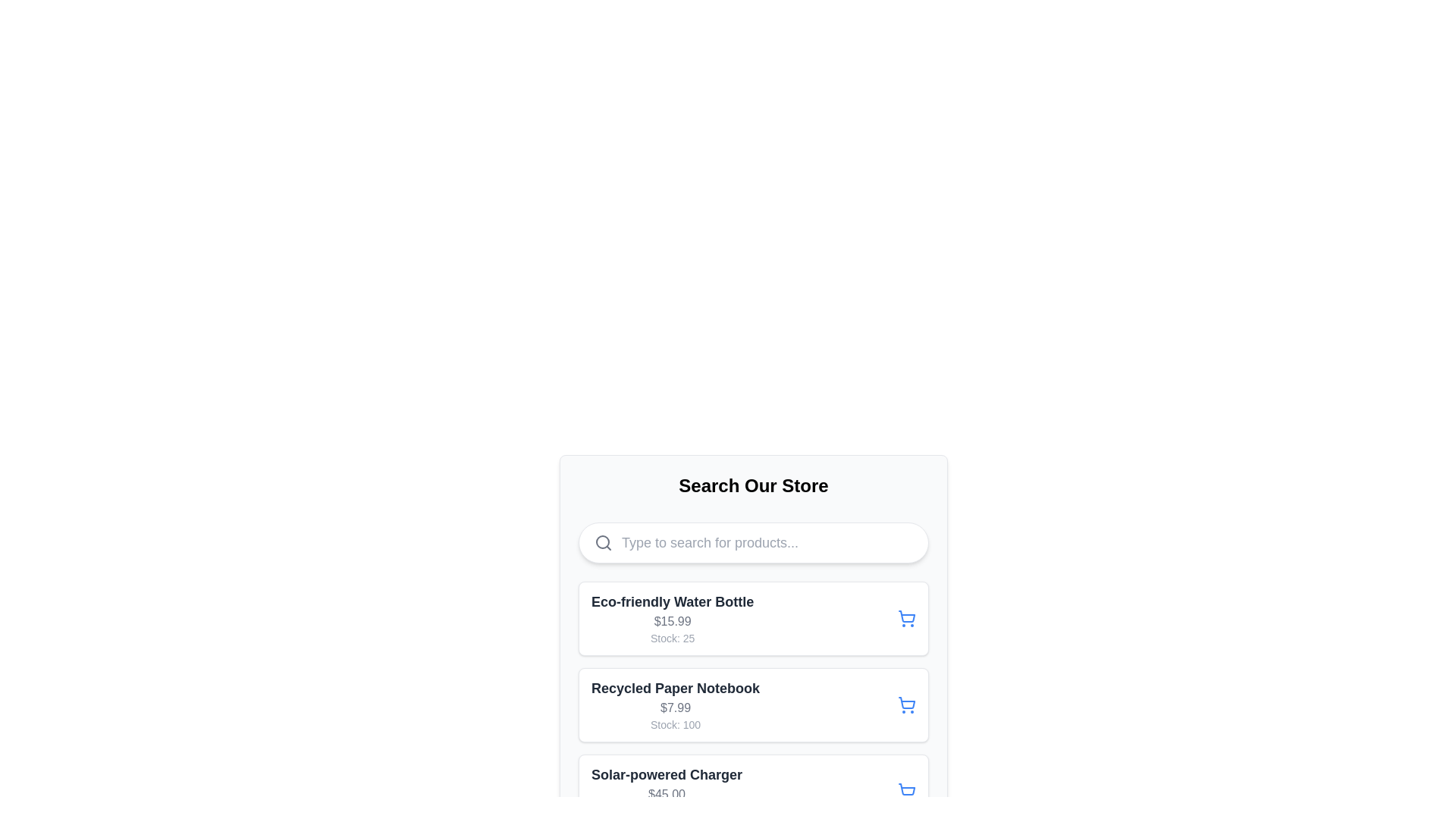 The width and height of the screenshot is (1456, 819). I want to click on the static text label displaying the price '$15.99' which is styled in gray and located beneath the product title 'Eco-friendly Water Bottle.', so click(672, 622).